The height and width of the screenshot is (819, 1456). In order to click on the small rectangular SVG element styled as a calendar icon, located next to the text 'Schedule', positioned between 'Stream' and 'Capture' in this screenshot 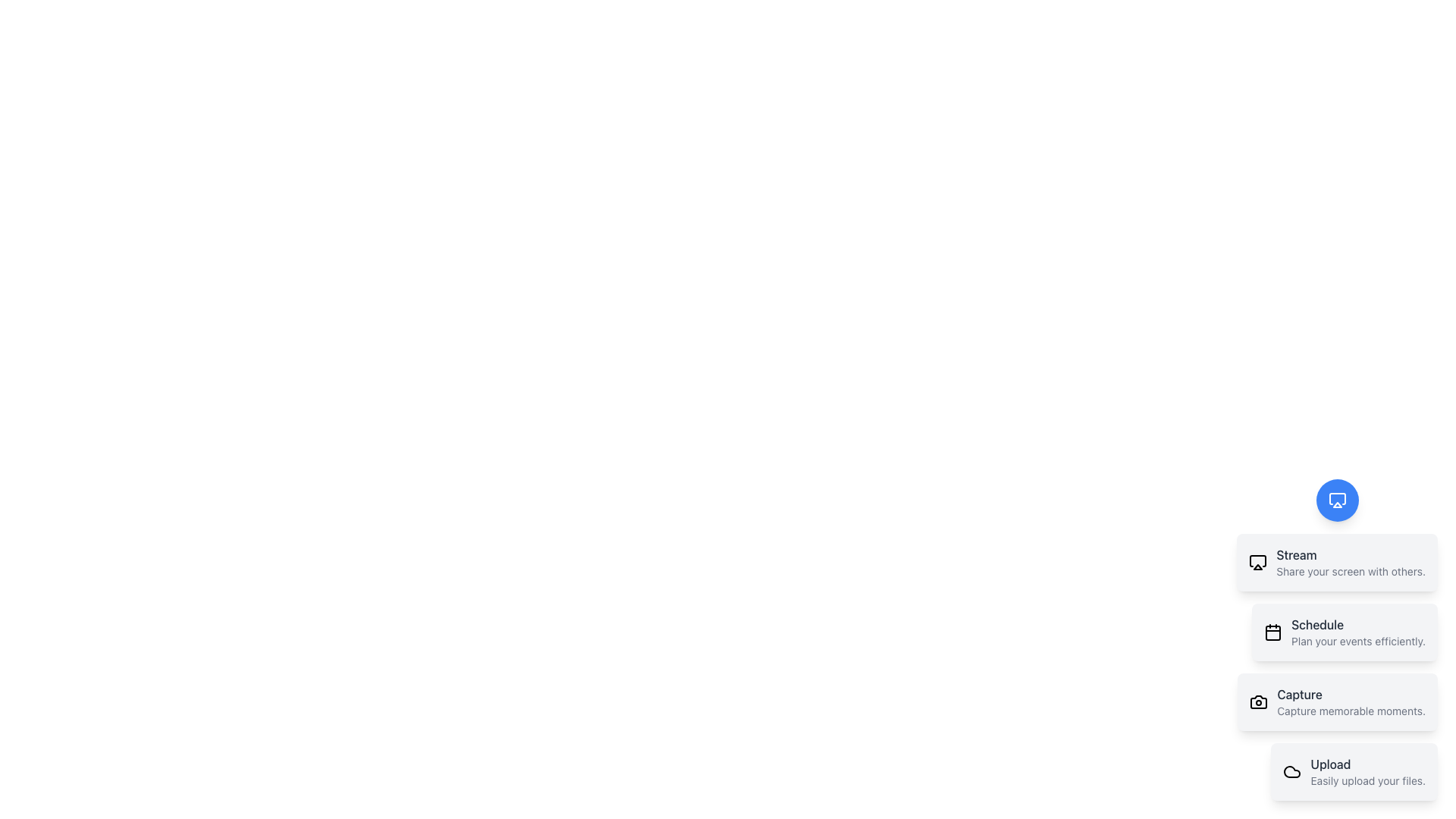, I will do `click(1273, 632)`.